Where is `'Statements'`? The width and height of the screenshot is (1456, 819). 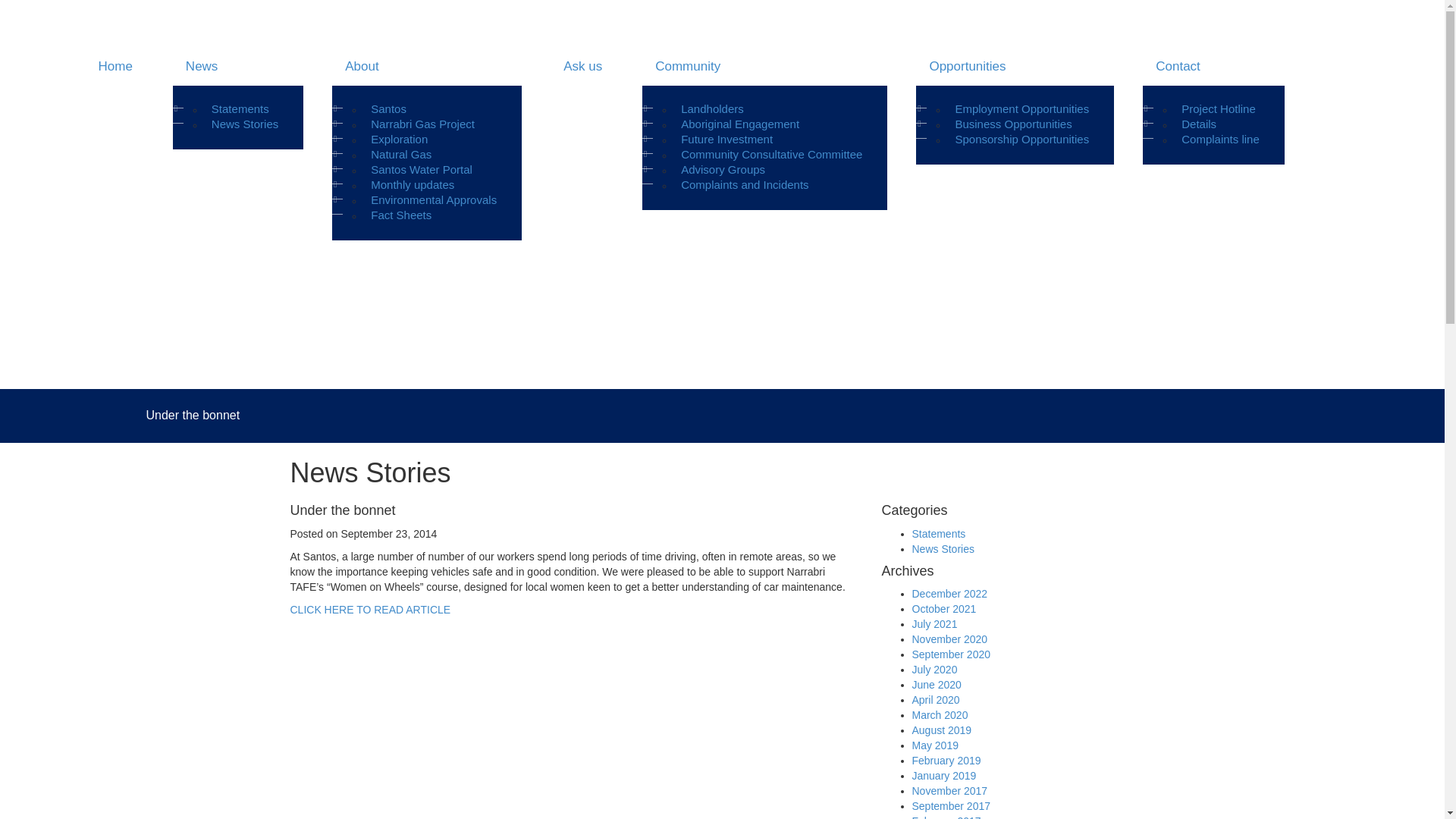
'Statements' is located at coordinates (239, 108).